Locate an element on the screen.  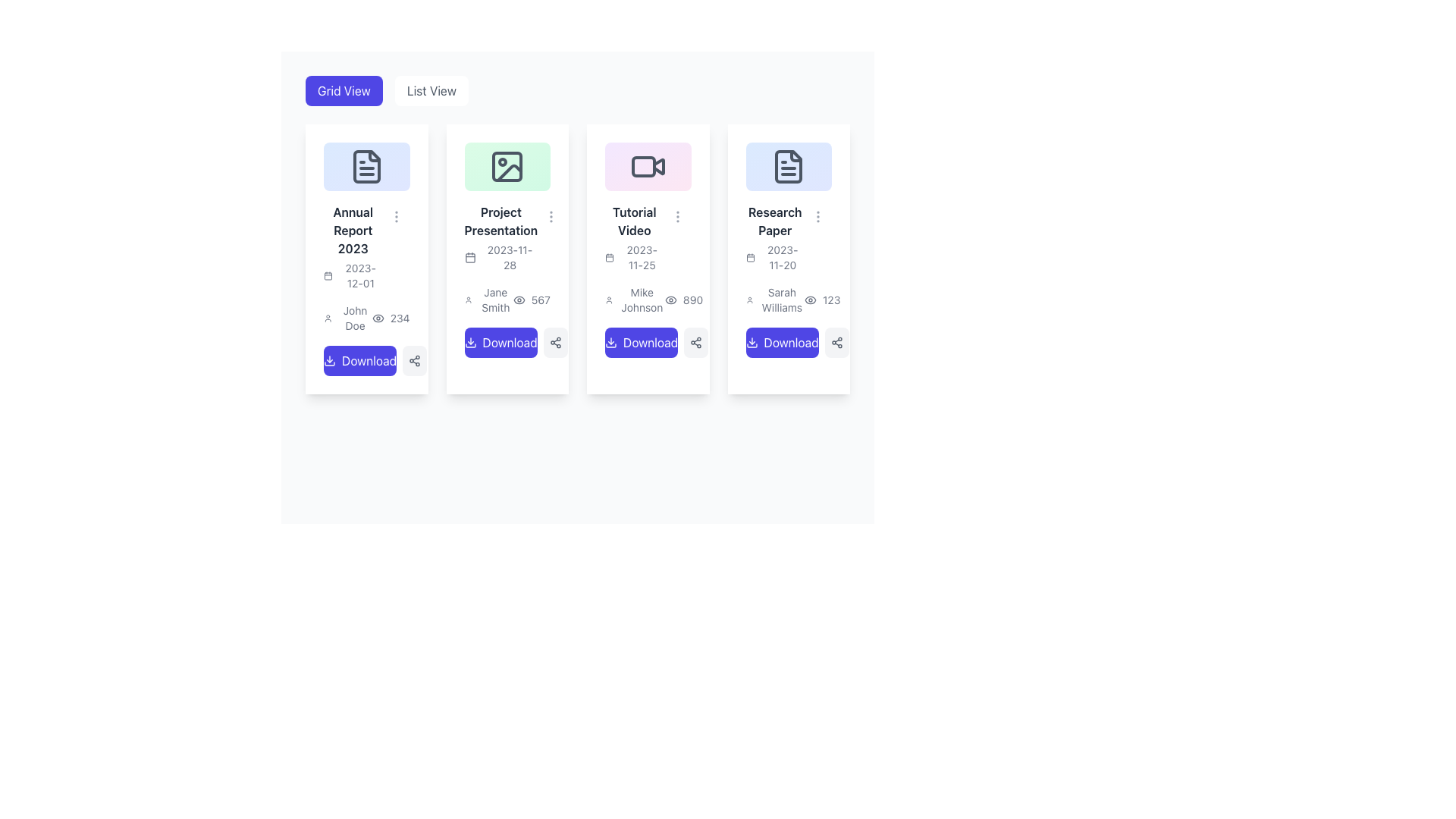
associated icons for the author 'Mike Johnson' and views '890' located centrally below the date in the 'Tutorial Video' card is located at coordinates (648, 300).